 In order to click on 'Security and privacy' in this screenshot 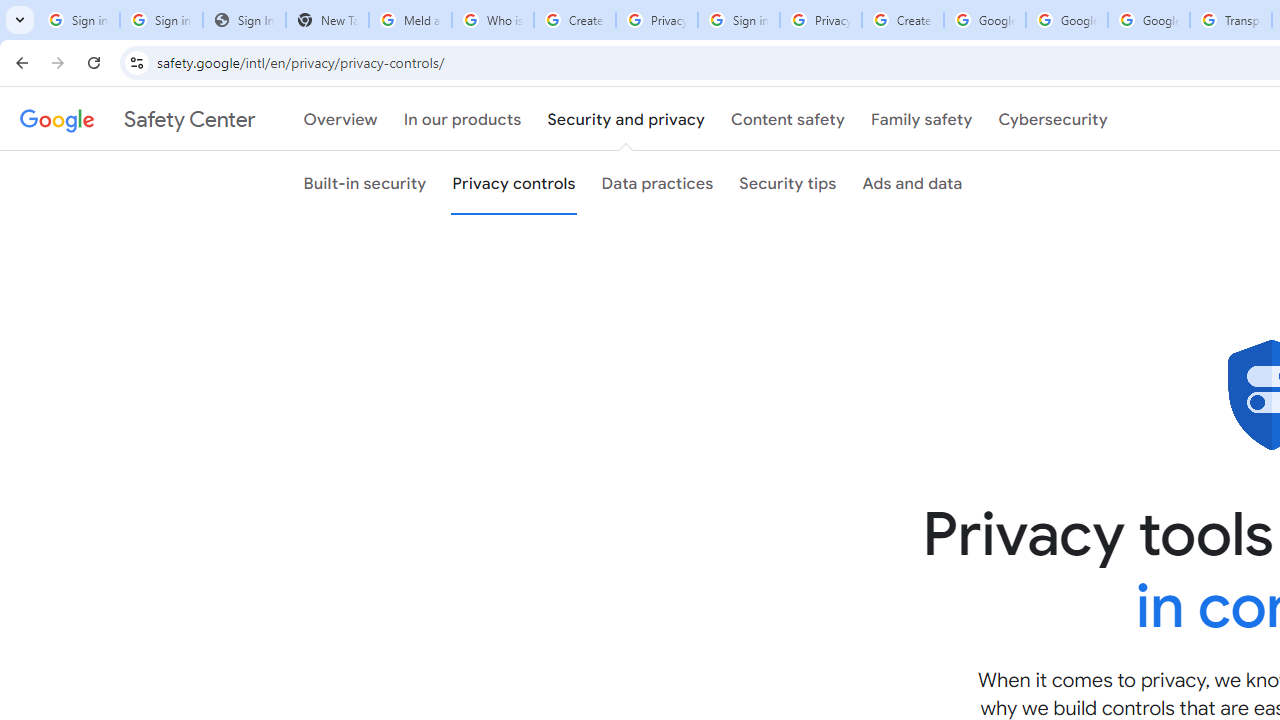, I will do `click(625, 119)`.